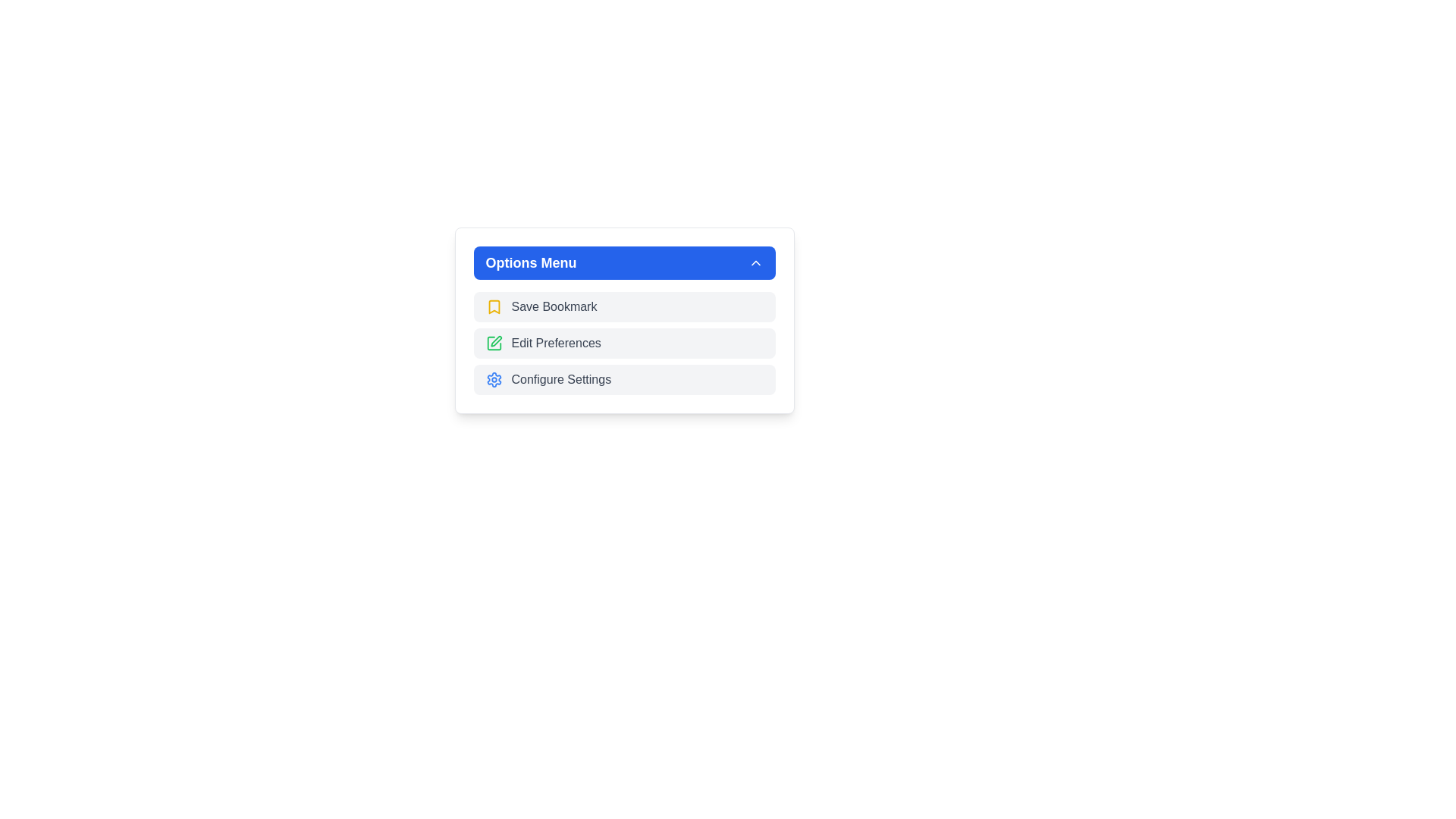  I want to click on the blue rectangular button labeled 'Options Menu', so click(624, 262).